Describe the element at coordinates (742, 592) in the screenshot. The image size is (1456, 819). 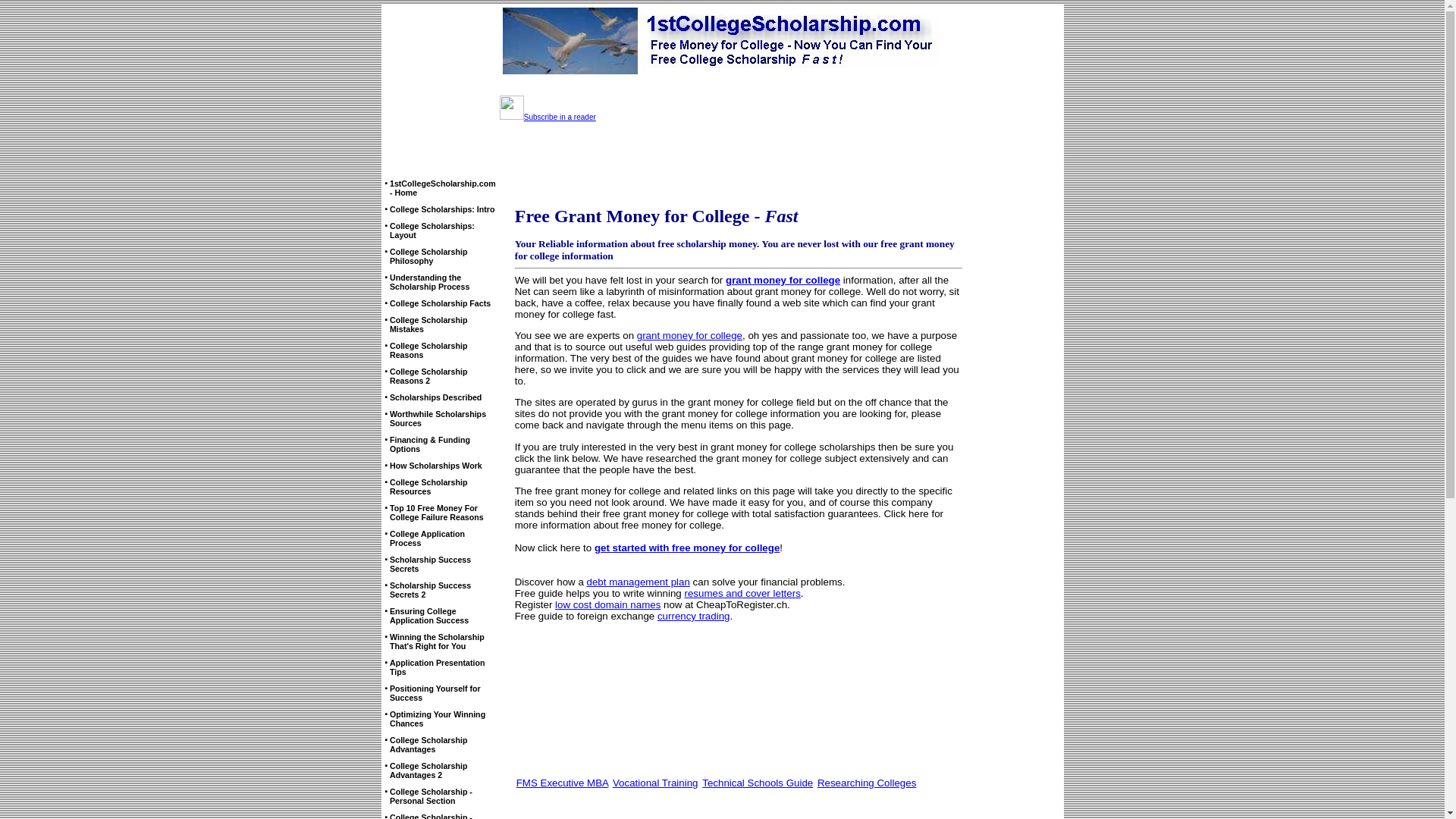
I see `'resumes and cover letters'` at that location.